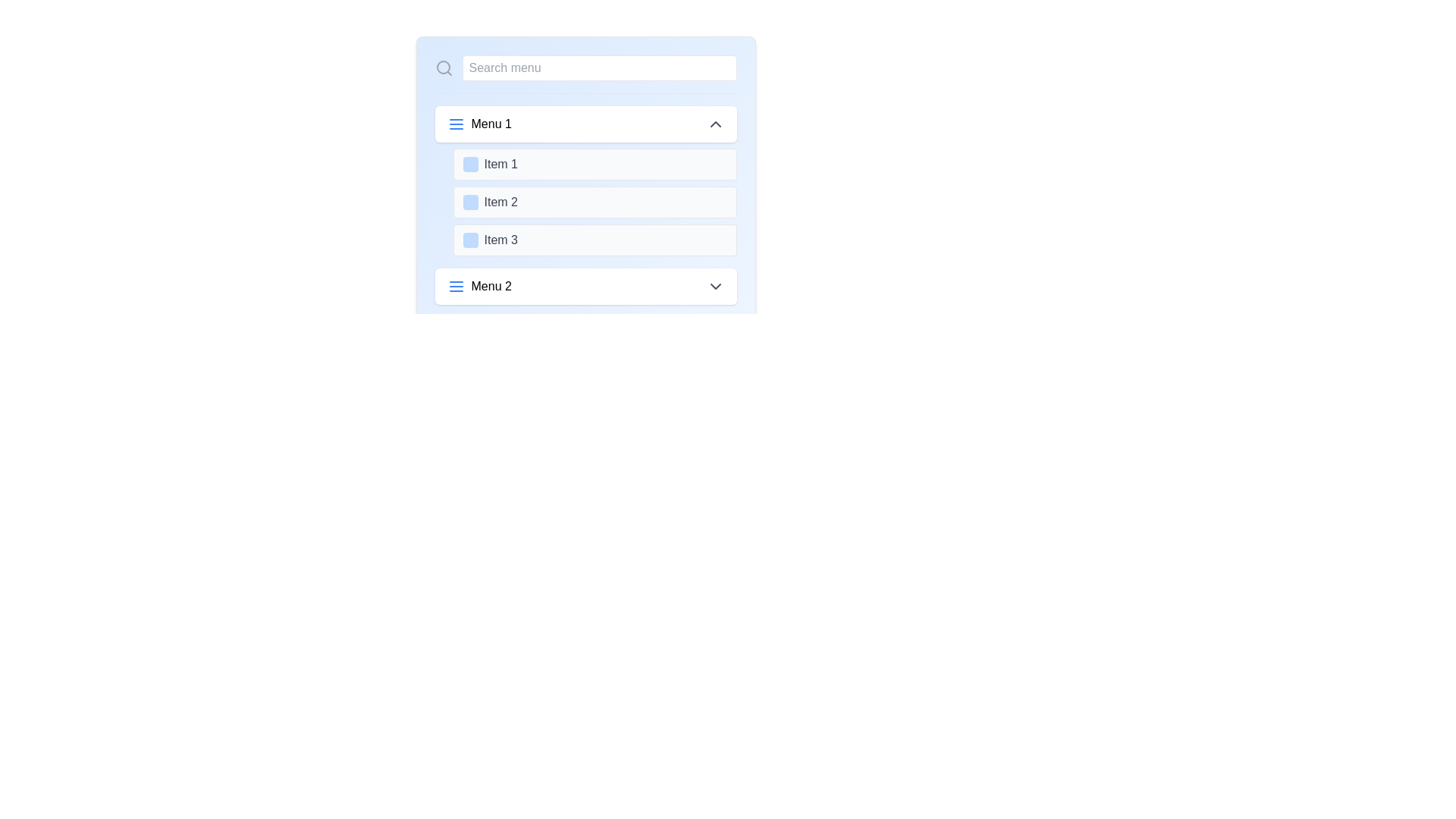 The height and width of the screenshot is (819, 1456). I want to click on the menu icon located to the left of the 'Menu 2' label to interact with the options it represents, so click(455, 287).